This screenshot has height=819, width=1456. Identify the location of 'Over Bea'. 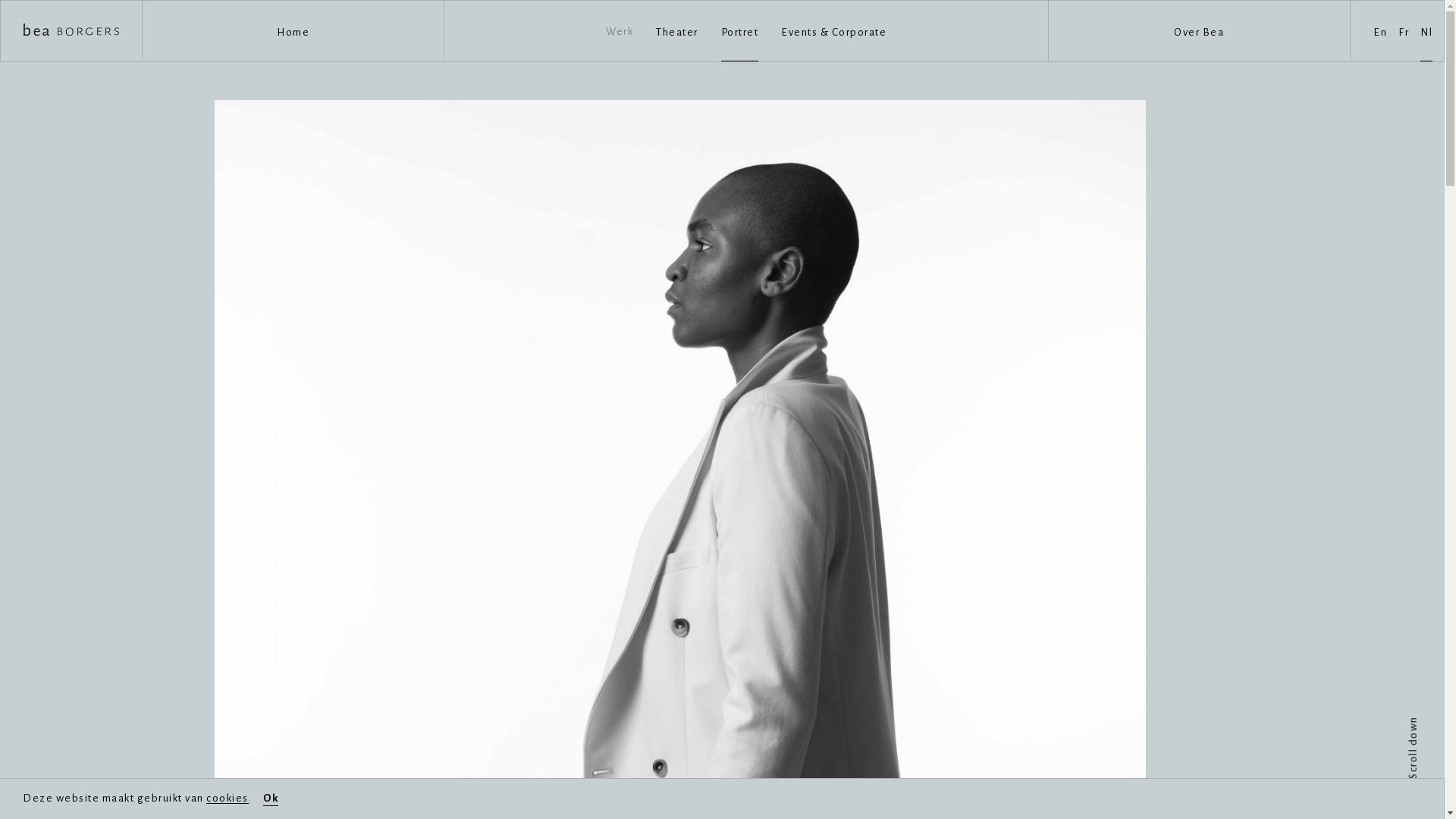
(1197, 31).